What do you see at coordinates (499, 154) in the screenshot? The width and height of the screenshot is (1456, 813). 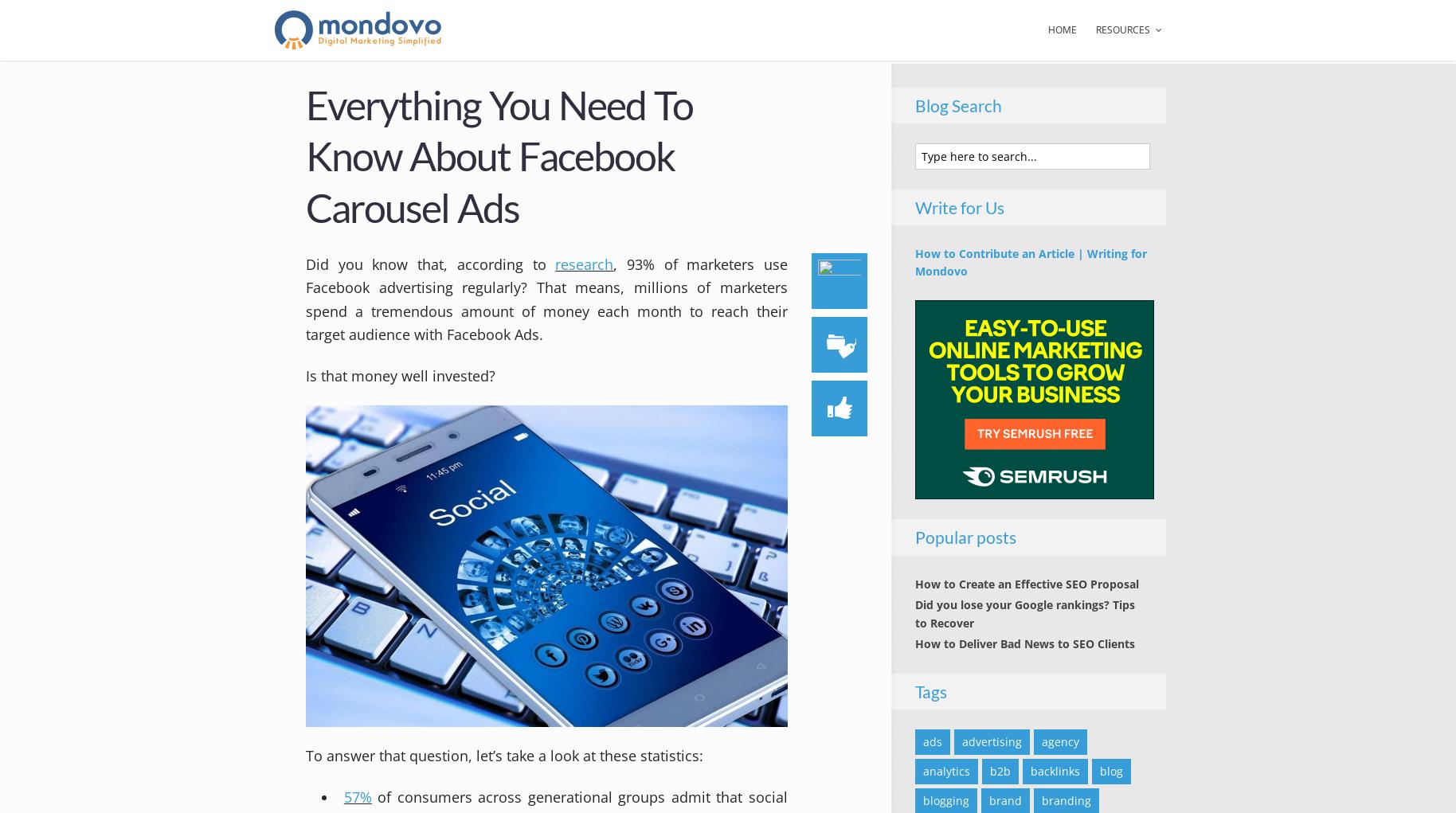 I see `'Everything You Need To Know About Facebook Carousel Ads'` at bounding box center [499, 154].